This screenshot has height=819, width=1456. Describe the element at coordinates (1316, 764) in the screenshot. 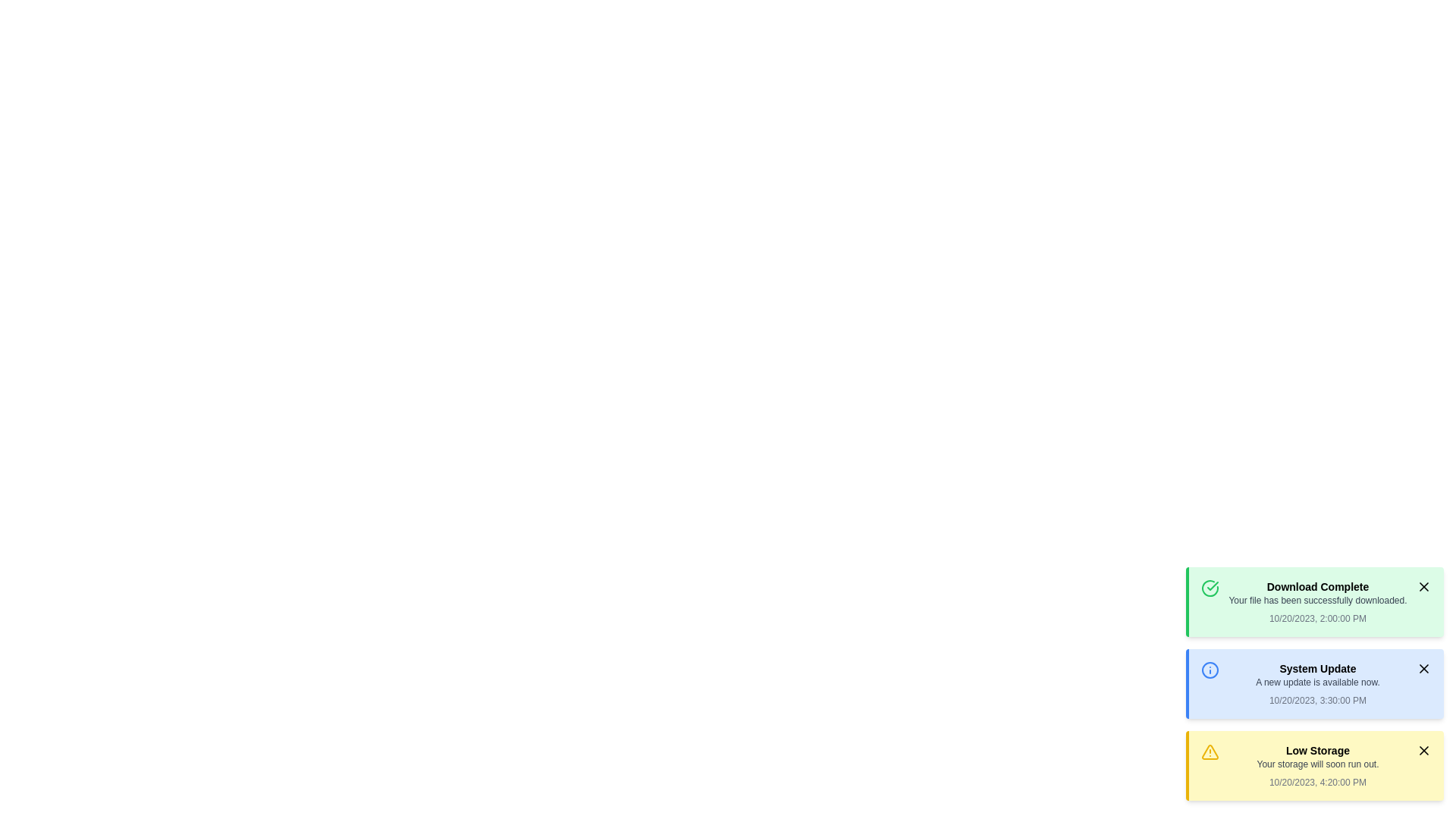

I see `the static text element displaying 'Your storage will soon run out.' located within the yellow notification card` at that location.